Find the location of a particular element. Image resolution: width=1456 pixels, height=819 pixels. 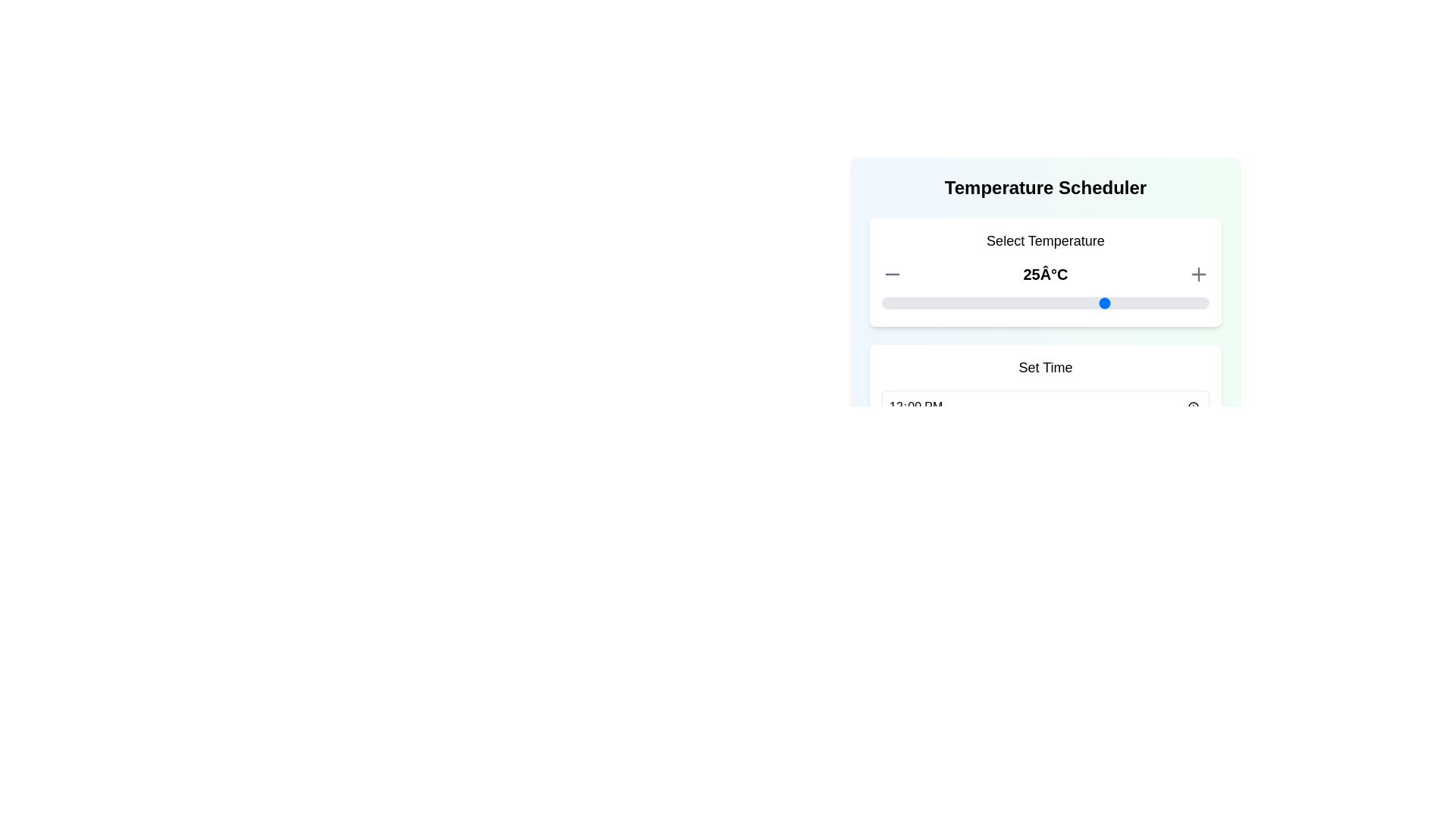

the plus icon button located to the right of the temperature display ('25°C') to increase the temperature is located at coordinates (1197, 275).